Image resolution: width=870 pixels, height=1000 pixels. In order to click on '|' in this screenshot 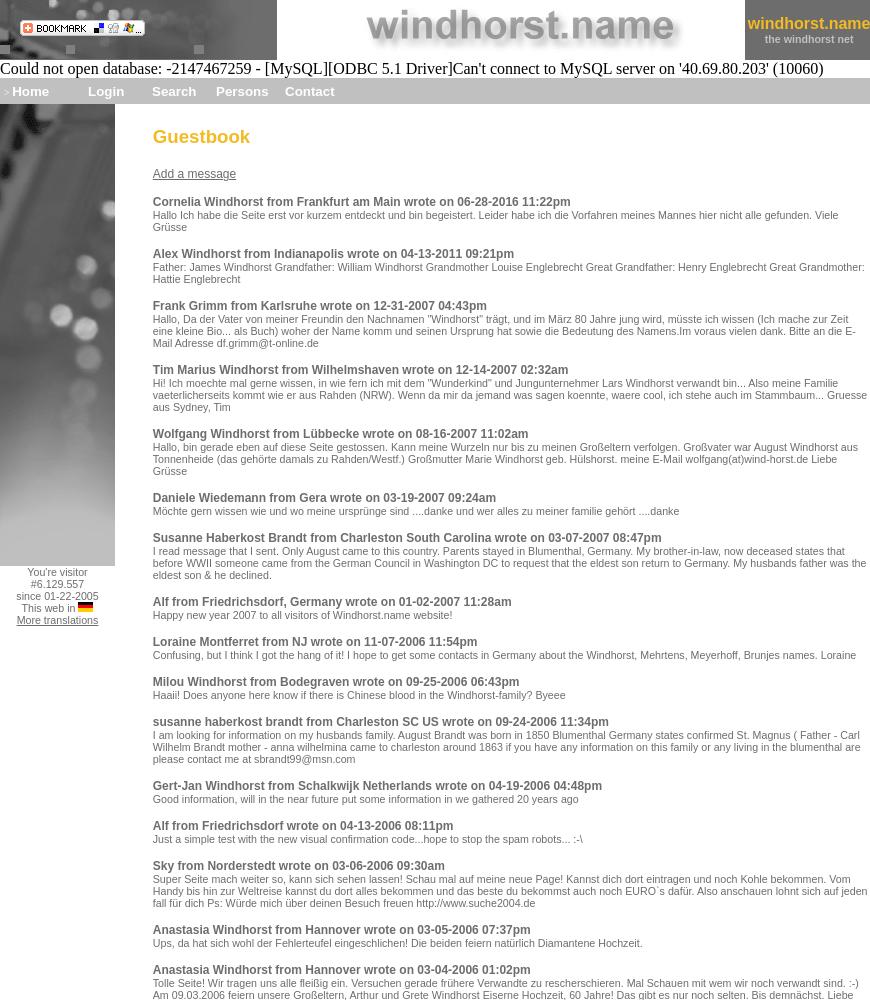, I will do `click(746, 30)`.